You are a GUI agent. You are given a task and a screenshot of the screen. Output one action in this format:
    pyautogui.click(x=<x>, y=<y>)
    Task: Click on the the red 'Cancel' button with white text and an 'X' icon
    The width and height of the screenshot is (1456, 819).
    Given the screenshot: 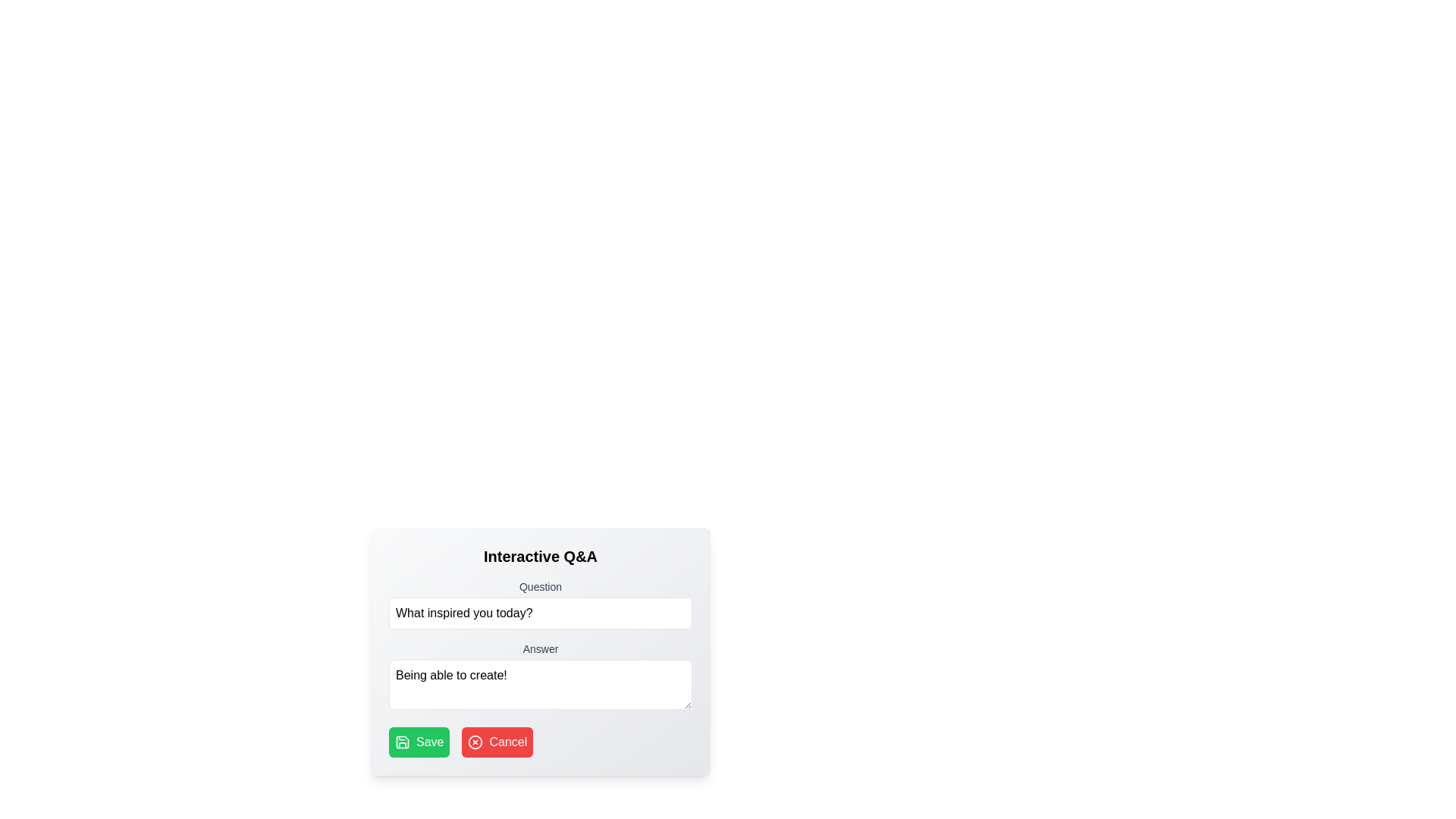 What is the action you would take?
    pyautogui.click(x=497, y=742)
    